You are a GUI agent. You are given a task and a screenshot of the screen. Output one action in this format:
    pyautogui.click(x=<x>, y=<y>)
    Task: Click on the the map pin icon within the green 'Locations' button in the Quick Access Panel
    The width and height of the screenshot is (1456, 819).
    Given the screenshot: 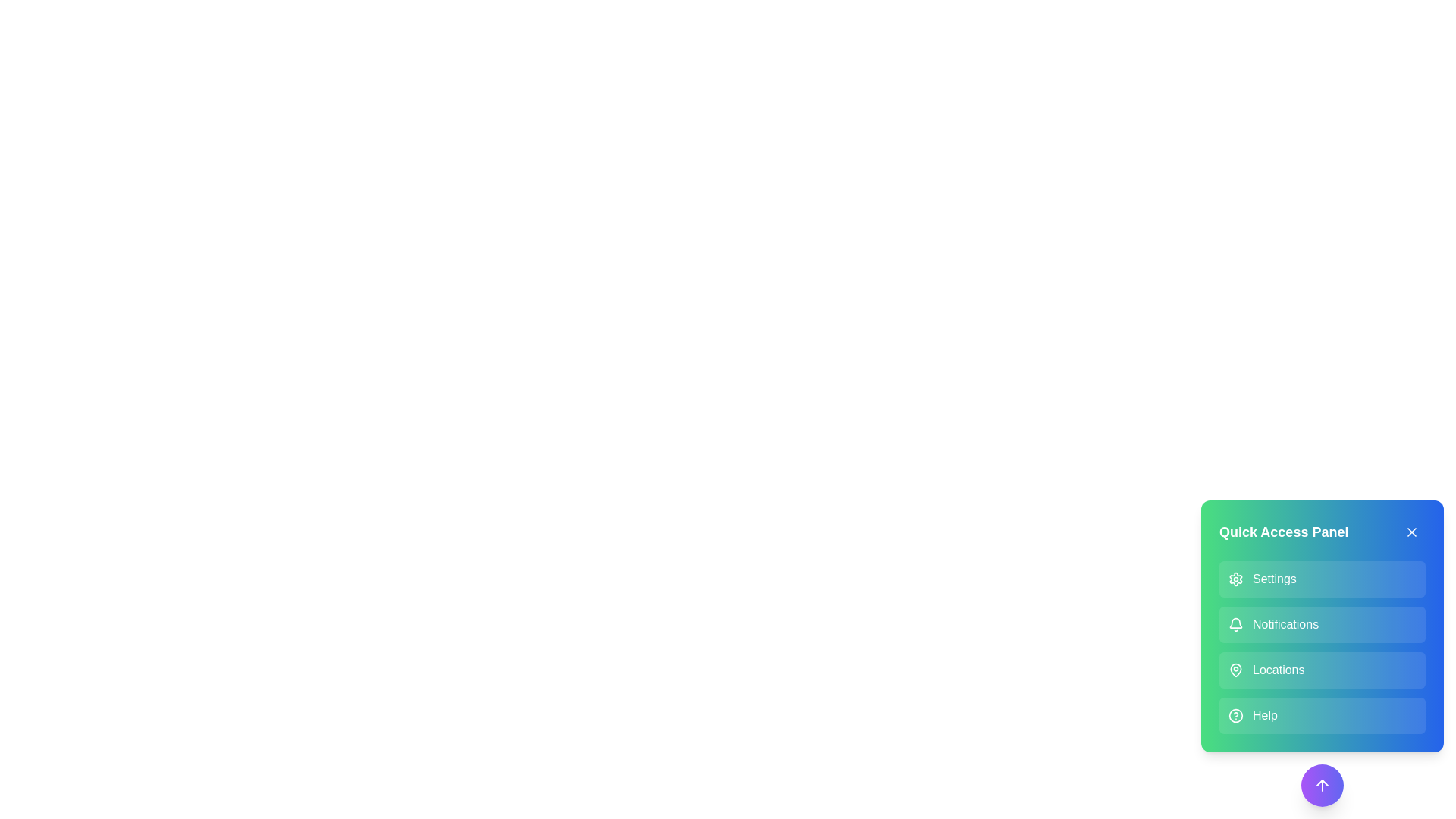 What is the action you would take?
    pyautogui.click(x=1236, y=669)
    